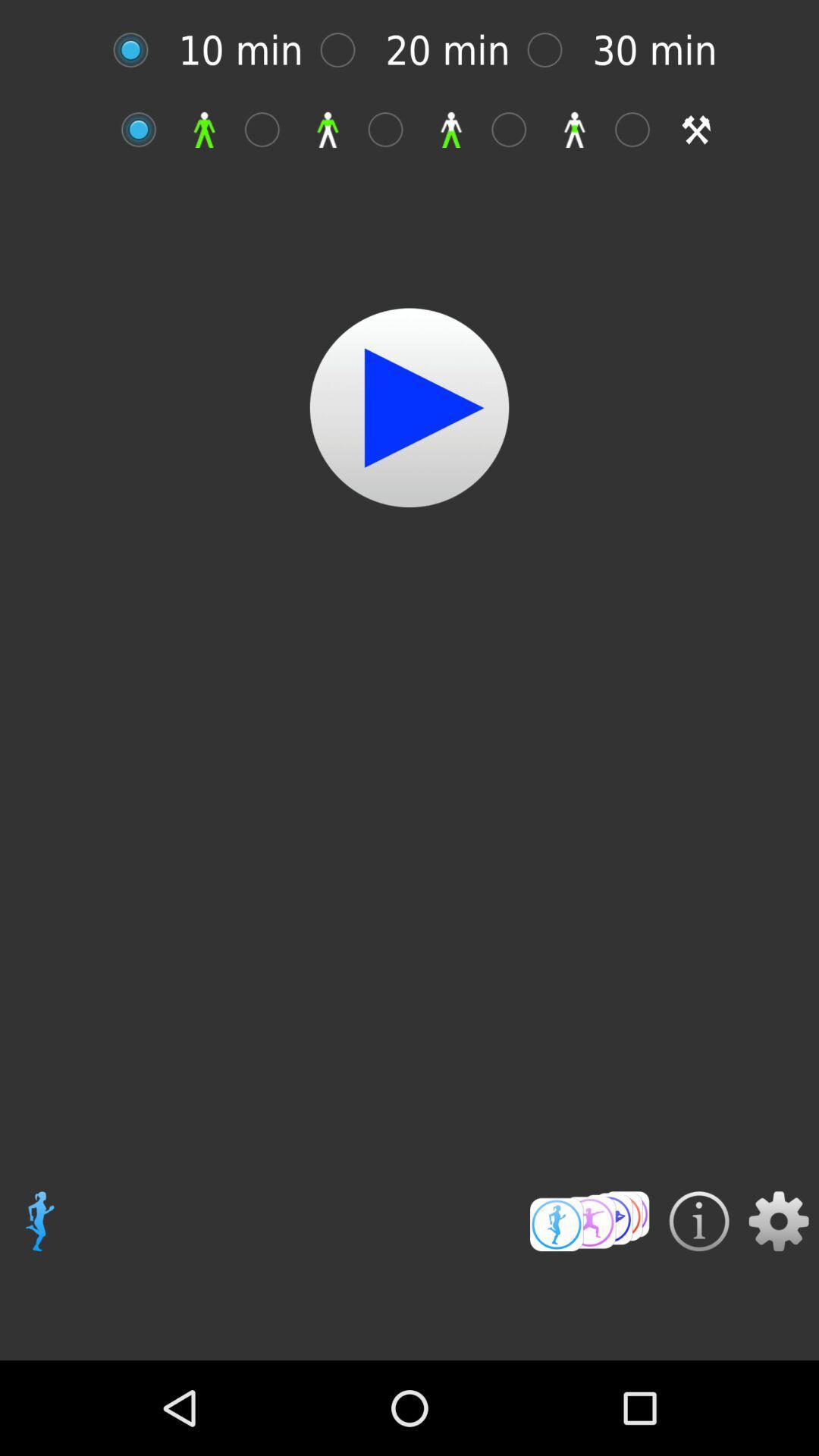 Image resolution: width=819 pixels, height=1456 pixels. Describe the element at coordinates (553, 50) in the screenshot. I see `option button` at that location.